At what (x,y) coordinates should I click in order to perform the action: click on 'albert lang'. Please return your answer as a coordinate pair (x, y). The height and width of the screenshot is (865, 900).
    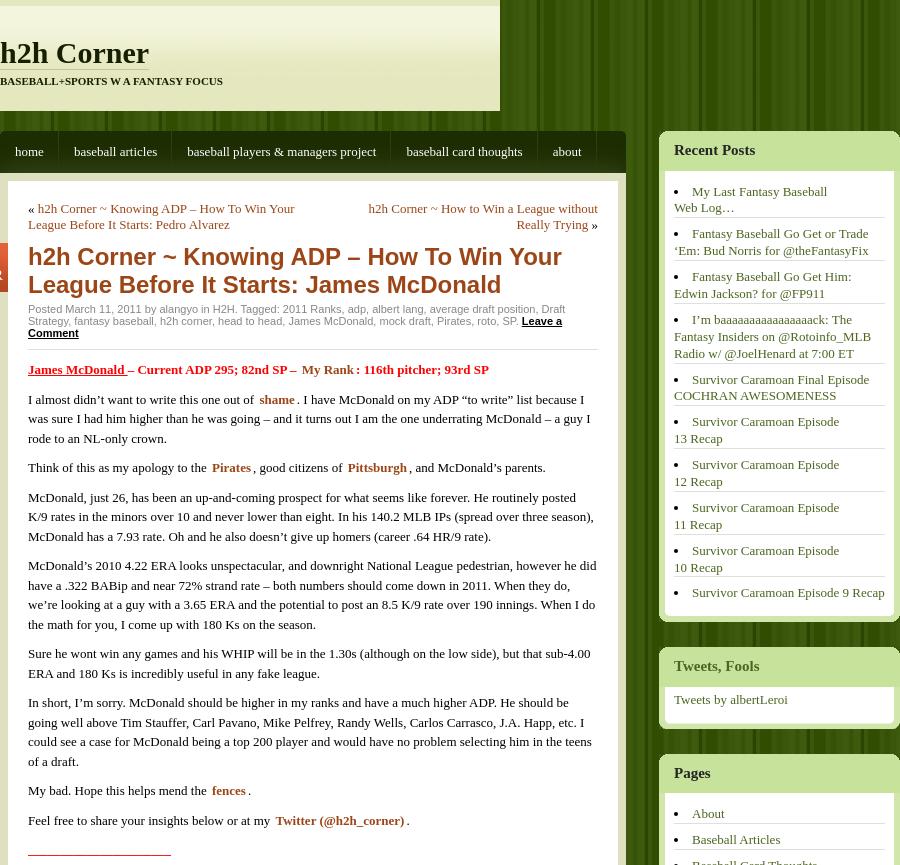
    Looking at the image, I should click on (397, 308).